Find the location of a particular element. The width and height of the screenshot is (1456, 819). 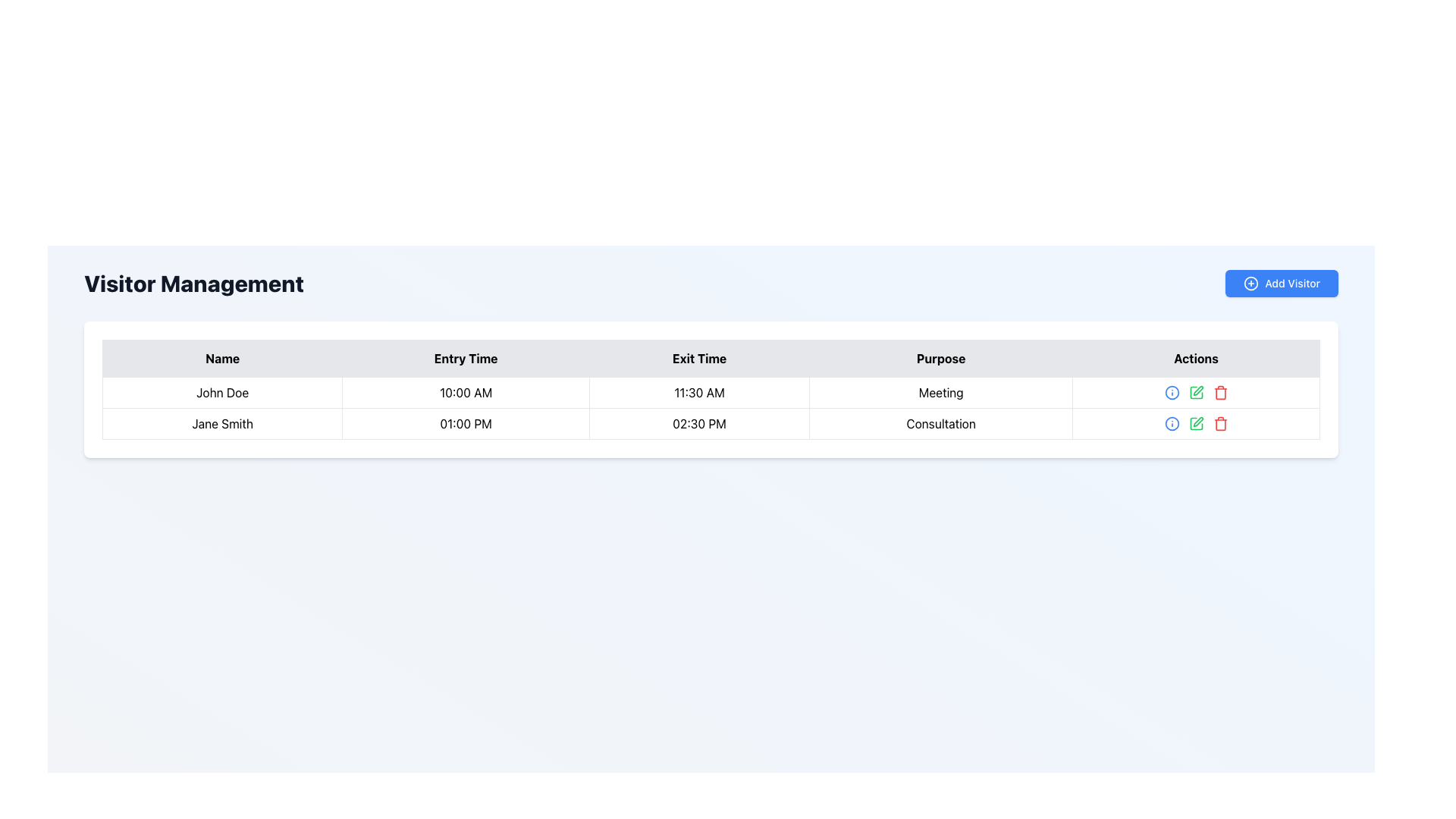

the delete button located at the far right of the 'Actions' column in the second row of the visitor management table is located at coordinates (1220, 391).